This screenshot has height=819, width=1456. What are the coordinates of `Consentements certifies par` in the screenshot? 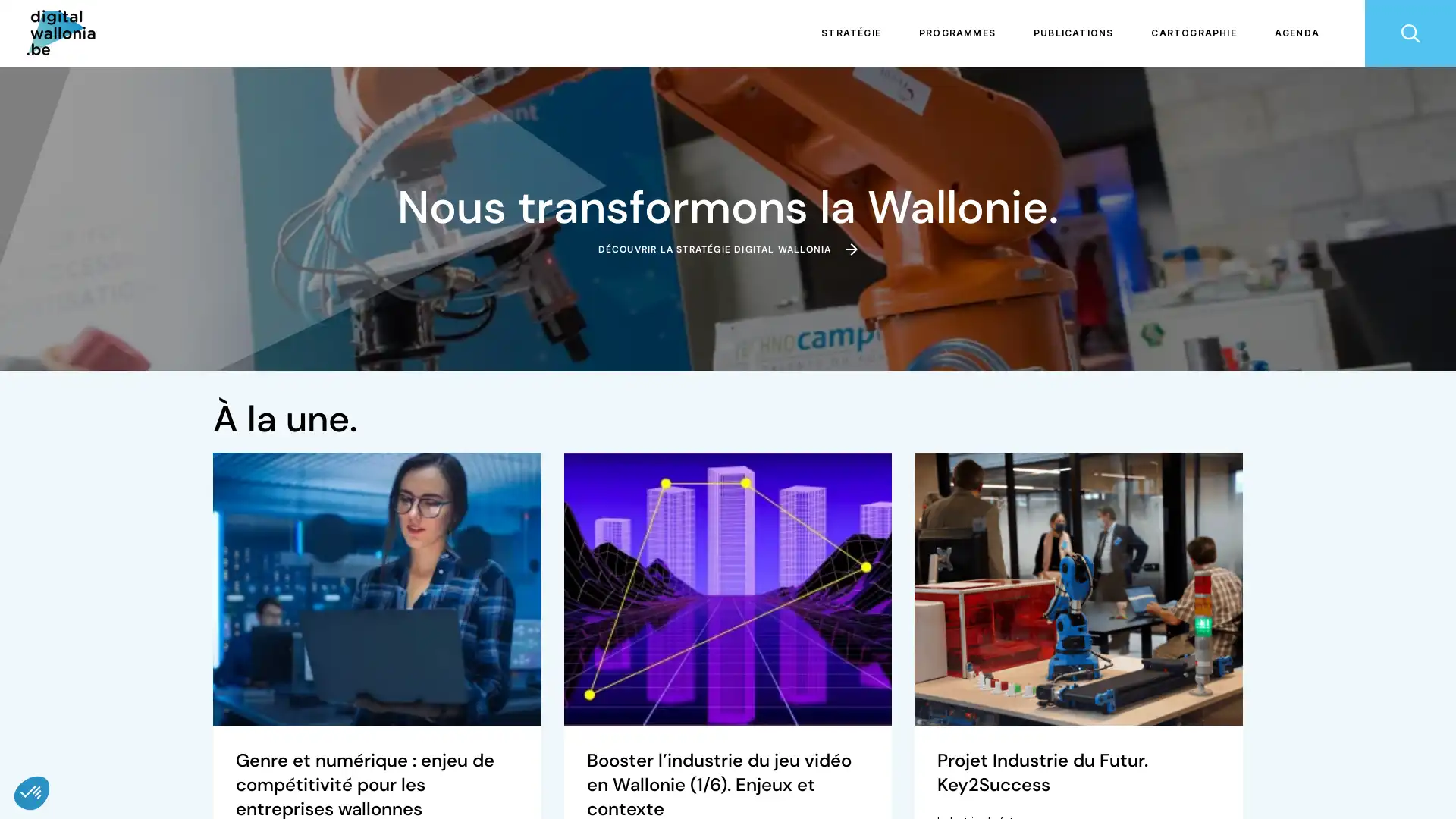 It's located at (174, 716).